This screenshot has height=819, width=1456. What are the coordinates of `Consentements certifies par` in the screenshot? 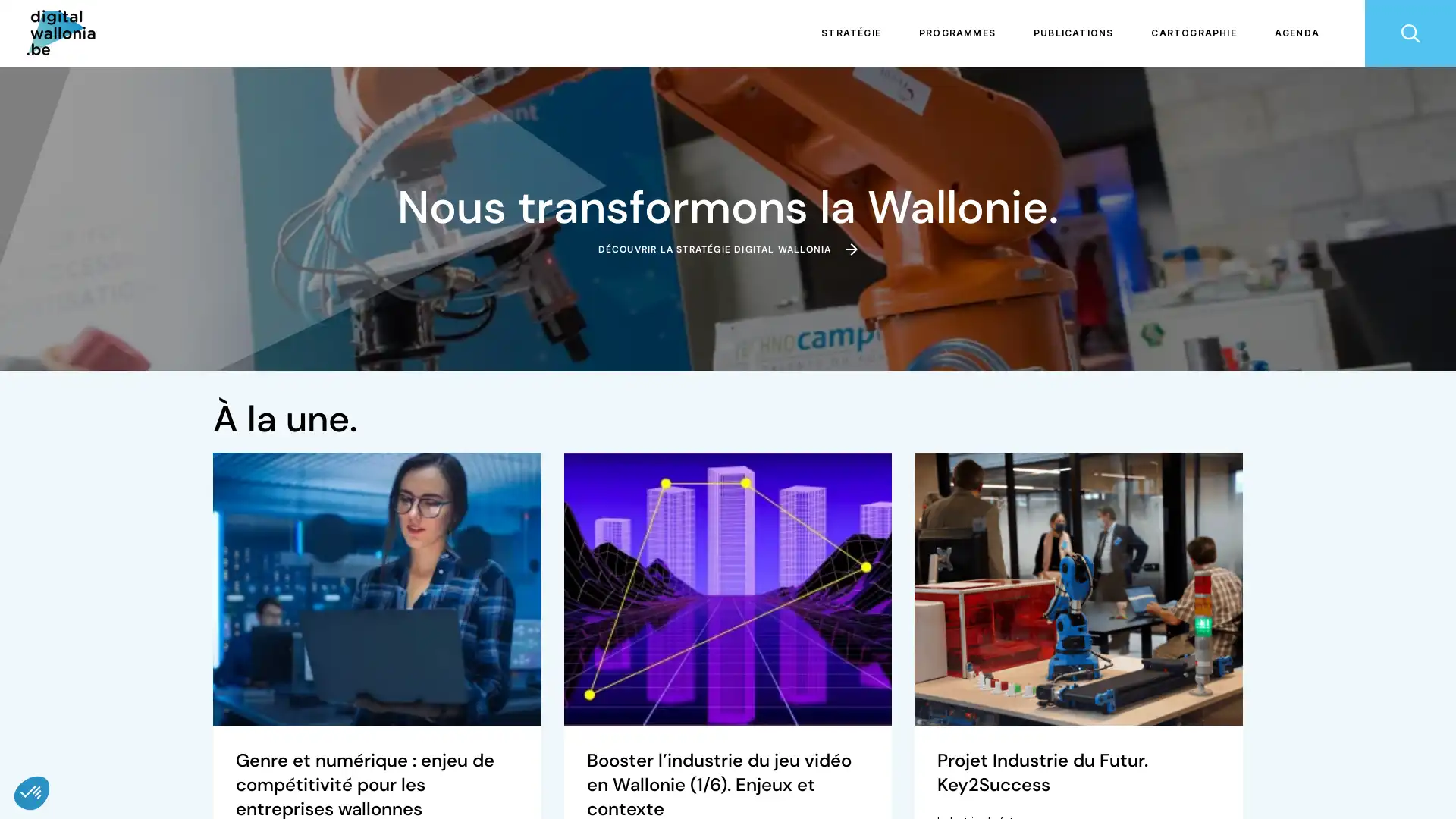 It's located at (174, 716).